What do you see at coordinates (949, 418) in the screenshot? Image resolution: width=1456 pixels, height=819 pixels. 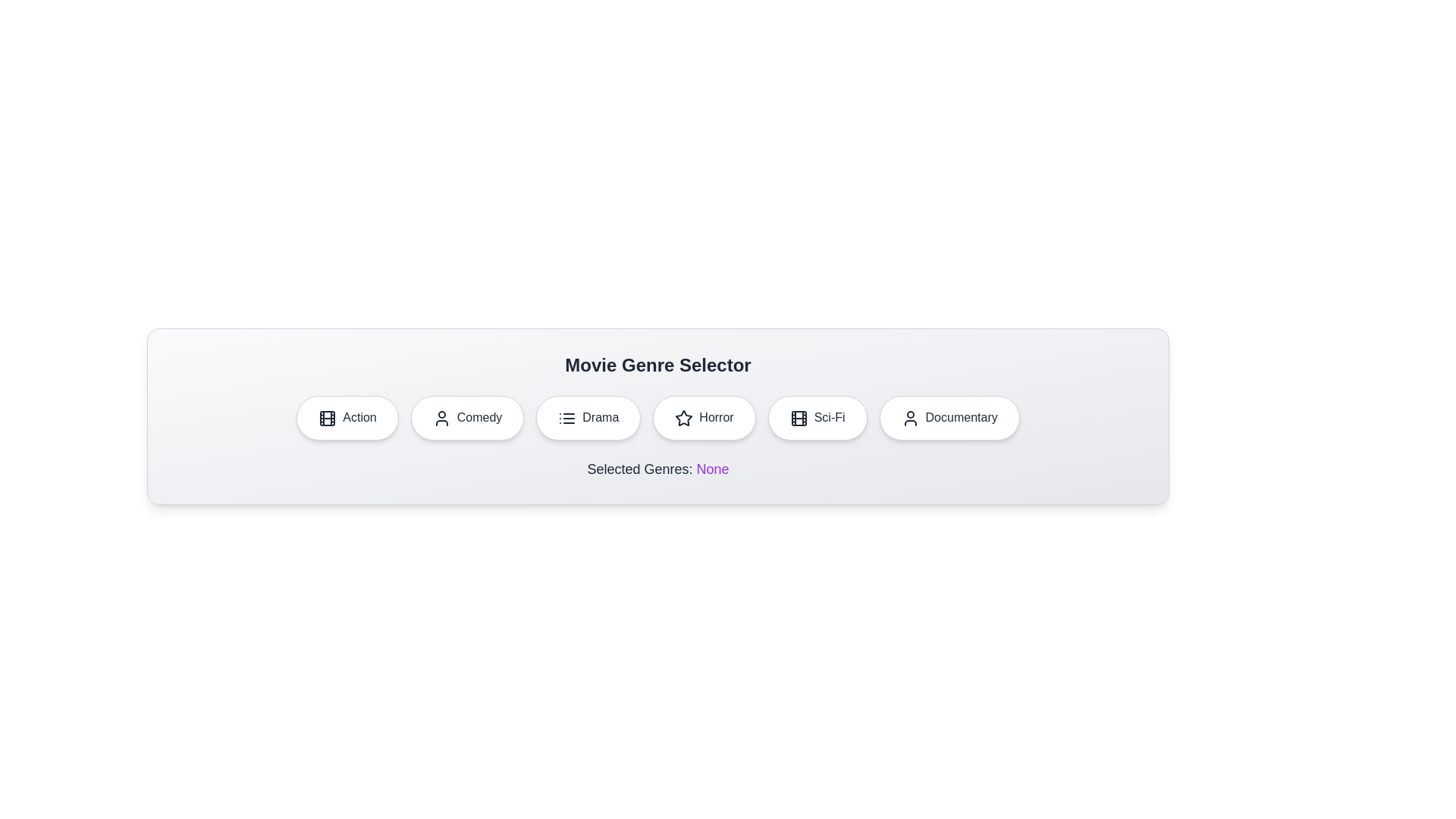 I see `the 'Documentary' genre button, which is the sixth button in the horizontal list under the 'Movie Genre Selector' heading` at bounding box center [949, 418].